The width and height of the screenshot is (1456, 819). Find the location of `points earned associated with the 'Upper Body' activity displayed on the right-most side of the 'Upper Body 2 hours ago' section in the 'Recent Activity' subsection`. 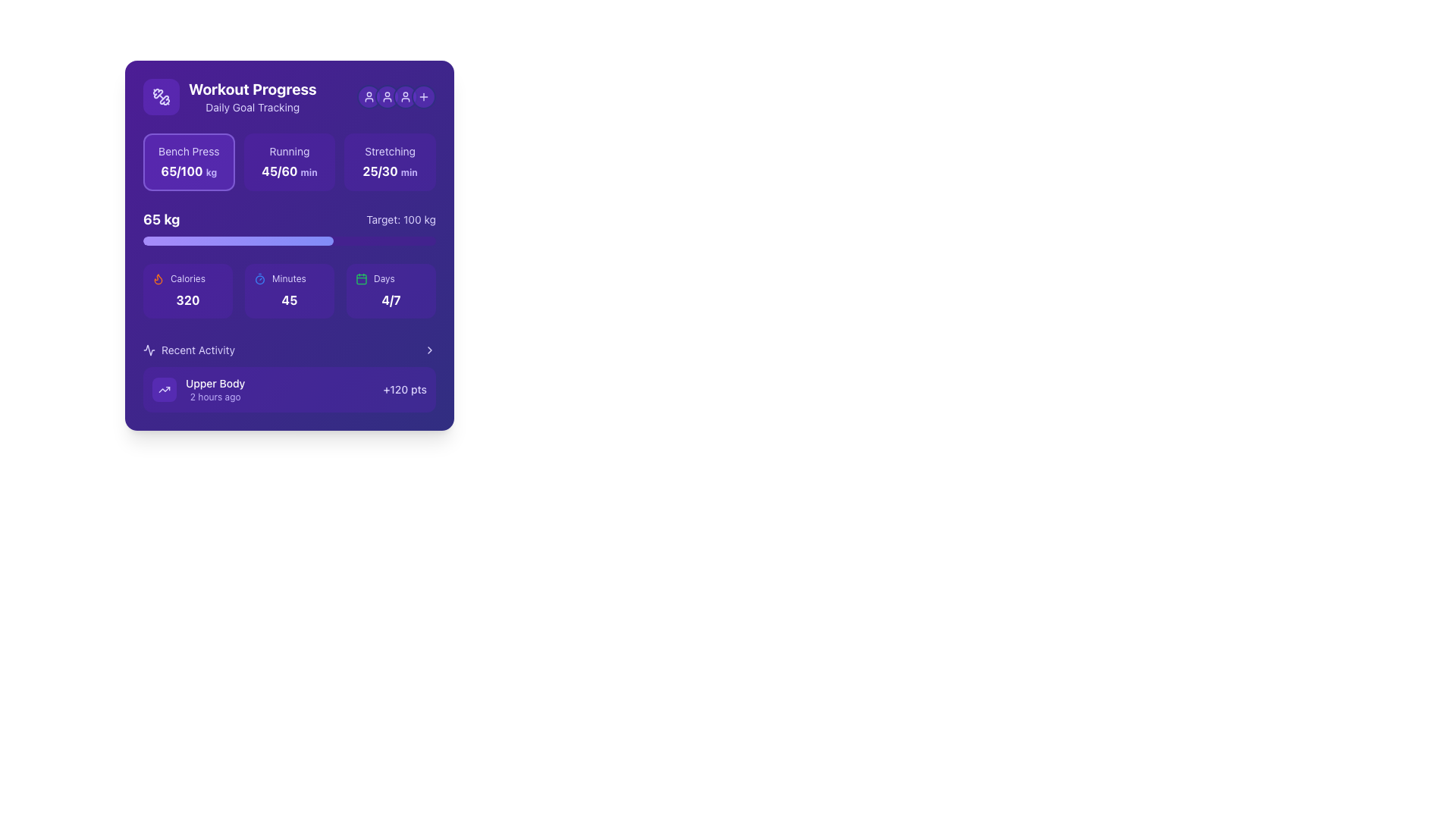

points earned associated with the 'Upper Body' activity displayed on the right-most side of the 'Upper Body 2 hours ago' section in the 'Recent Activity' subsection is located at coordinates (405, 388).